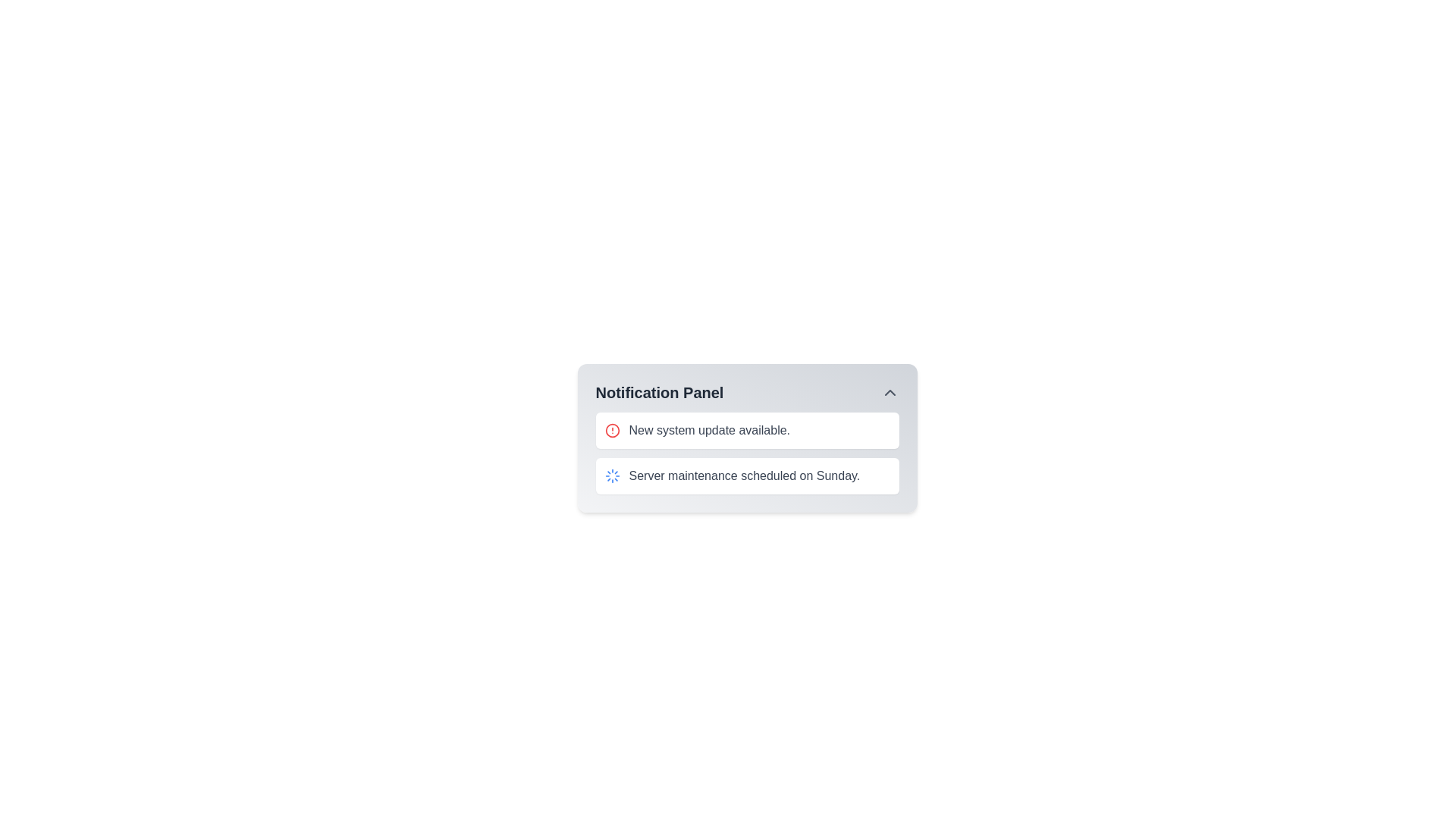  Describe the element at coordinates (747, 452) in the screenshot. I see `the Notification List located below the 'Notification Panel' heading` at that location.